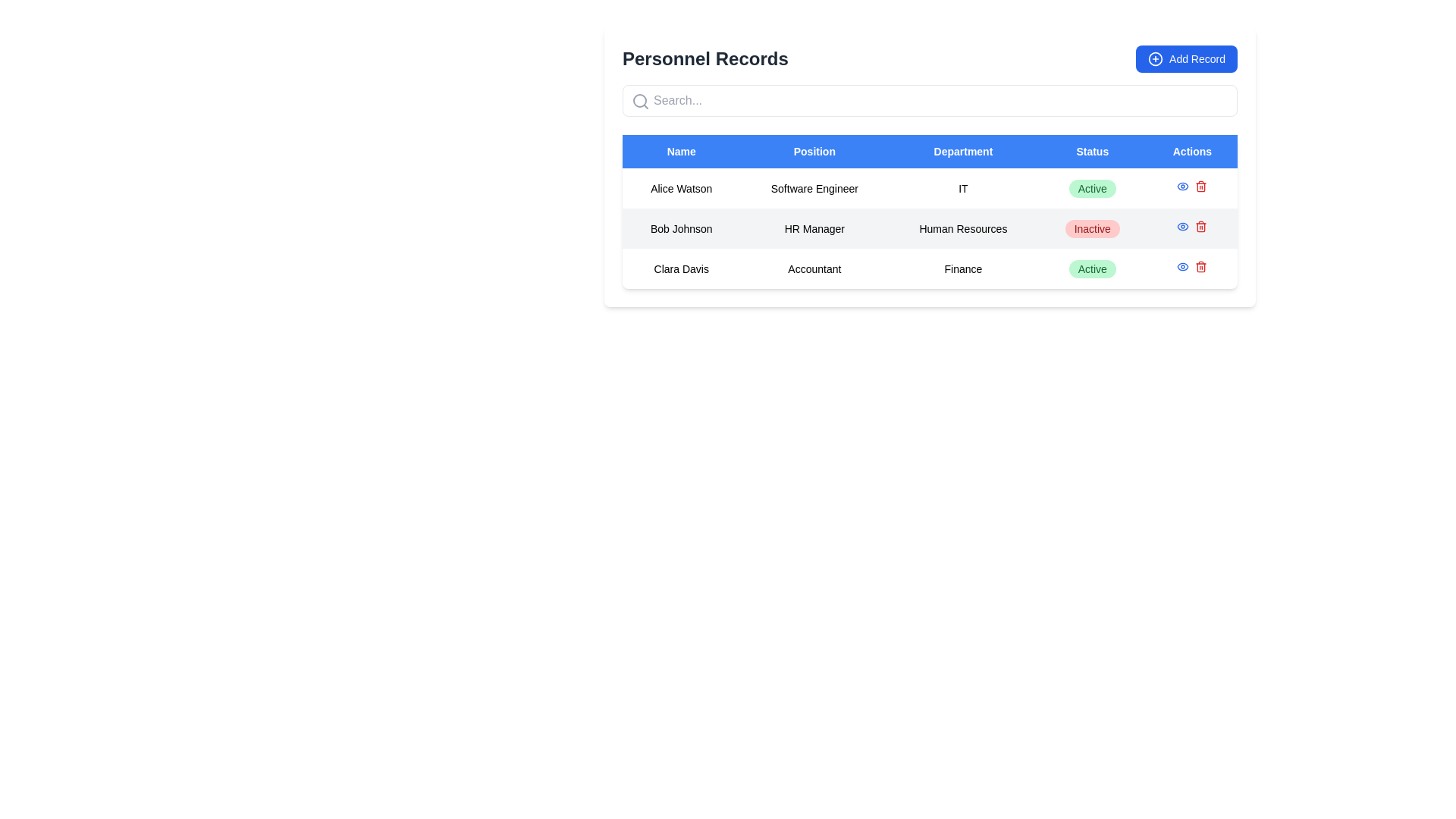 This screenshot has height=819, width=1456. I want to click on the second row of the personnel records table, so click(929, 228).